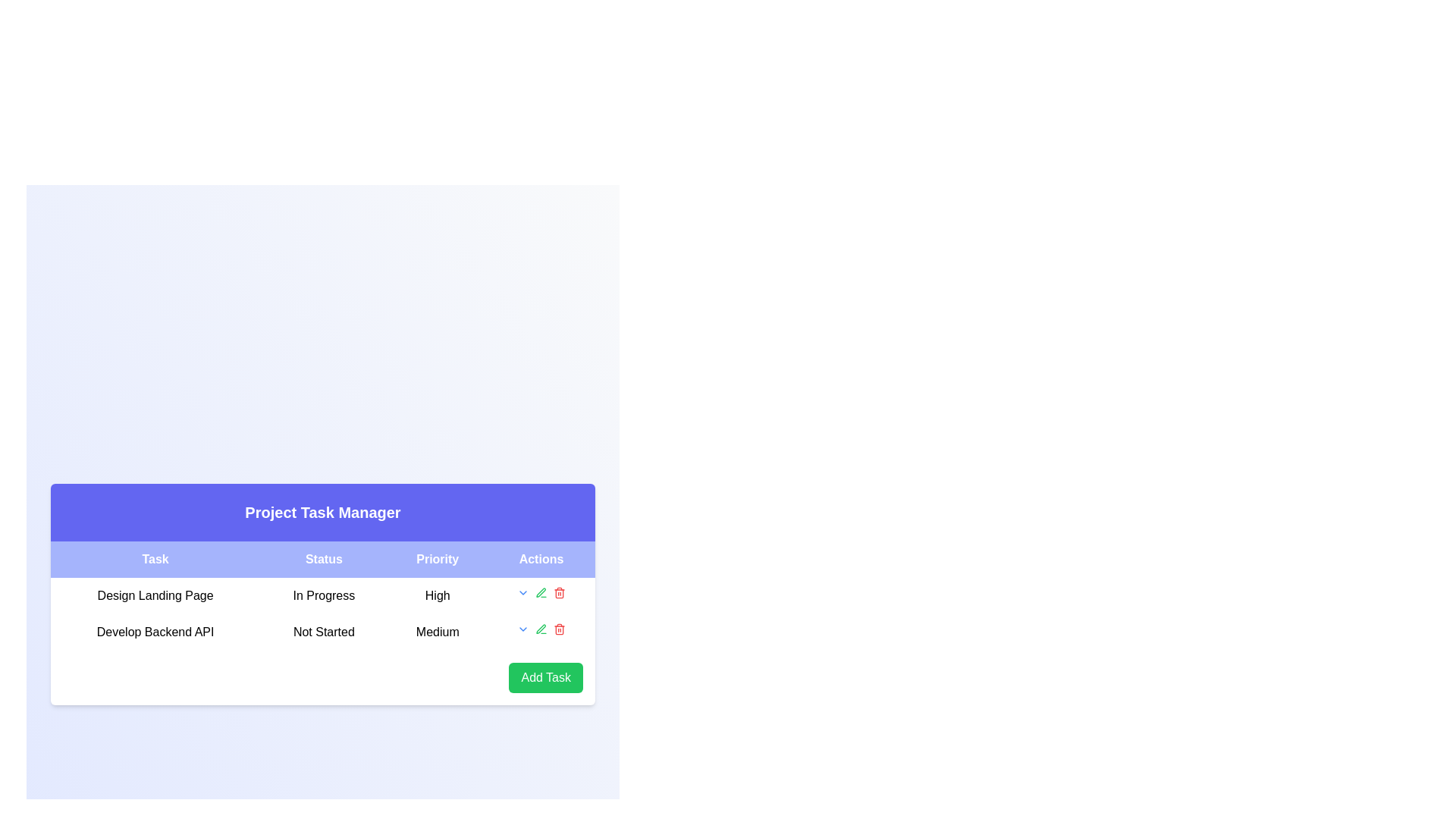 The image size is (1456, 819). Describe the element at coordinates (541, 592) in the screenshot. I see `the interactive pen icon in the second row under the 'Actions' column` at that location.